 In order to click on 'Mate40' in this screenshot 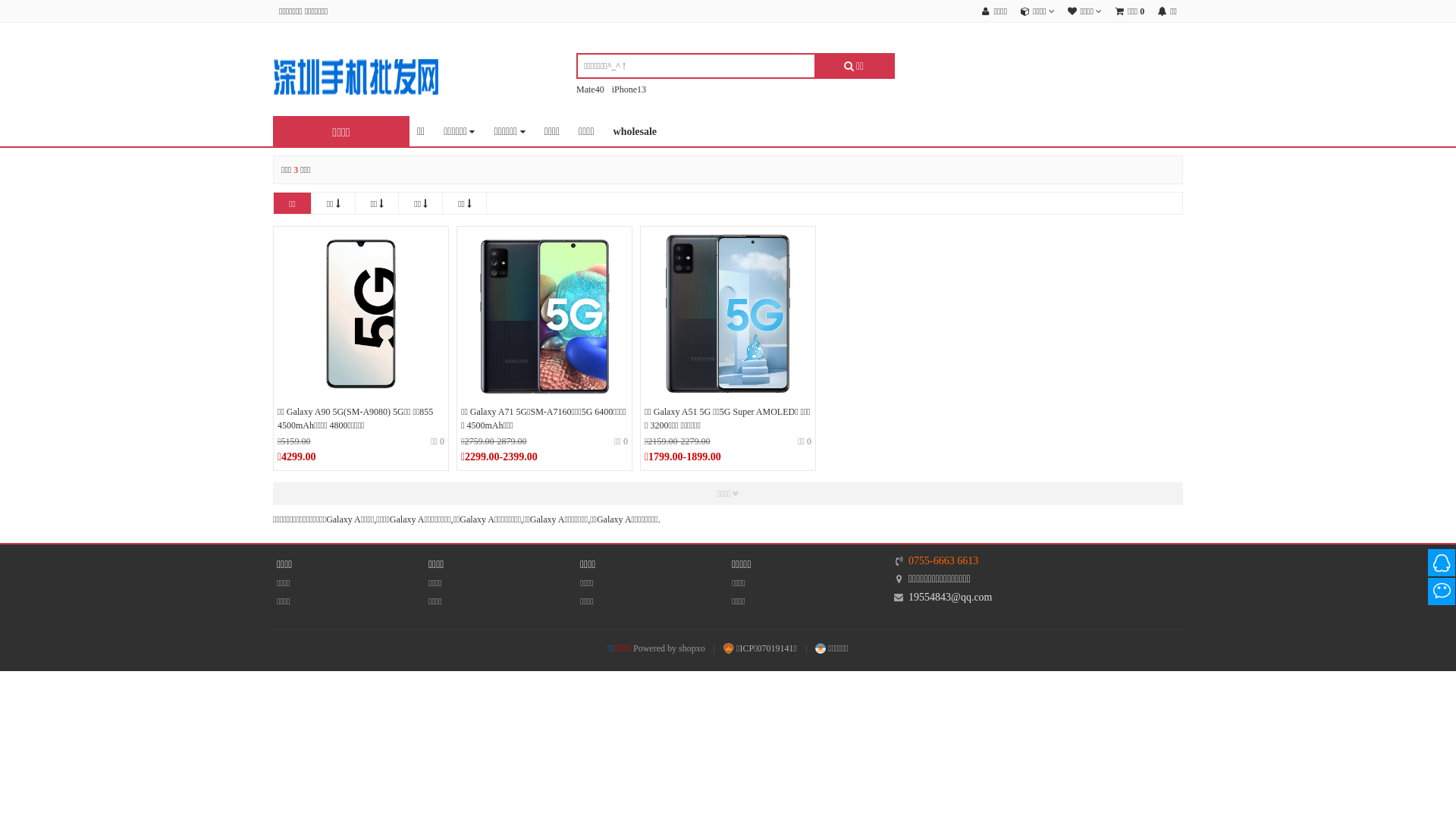, I will do `click(575, 89)`.